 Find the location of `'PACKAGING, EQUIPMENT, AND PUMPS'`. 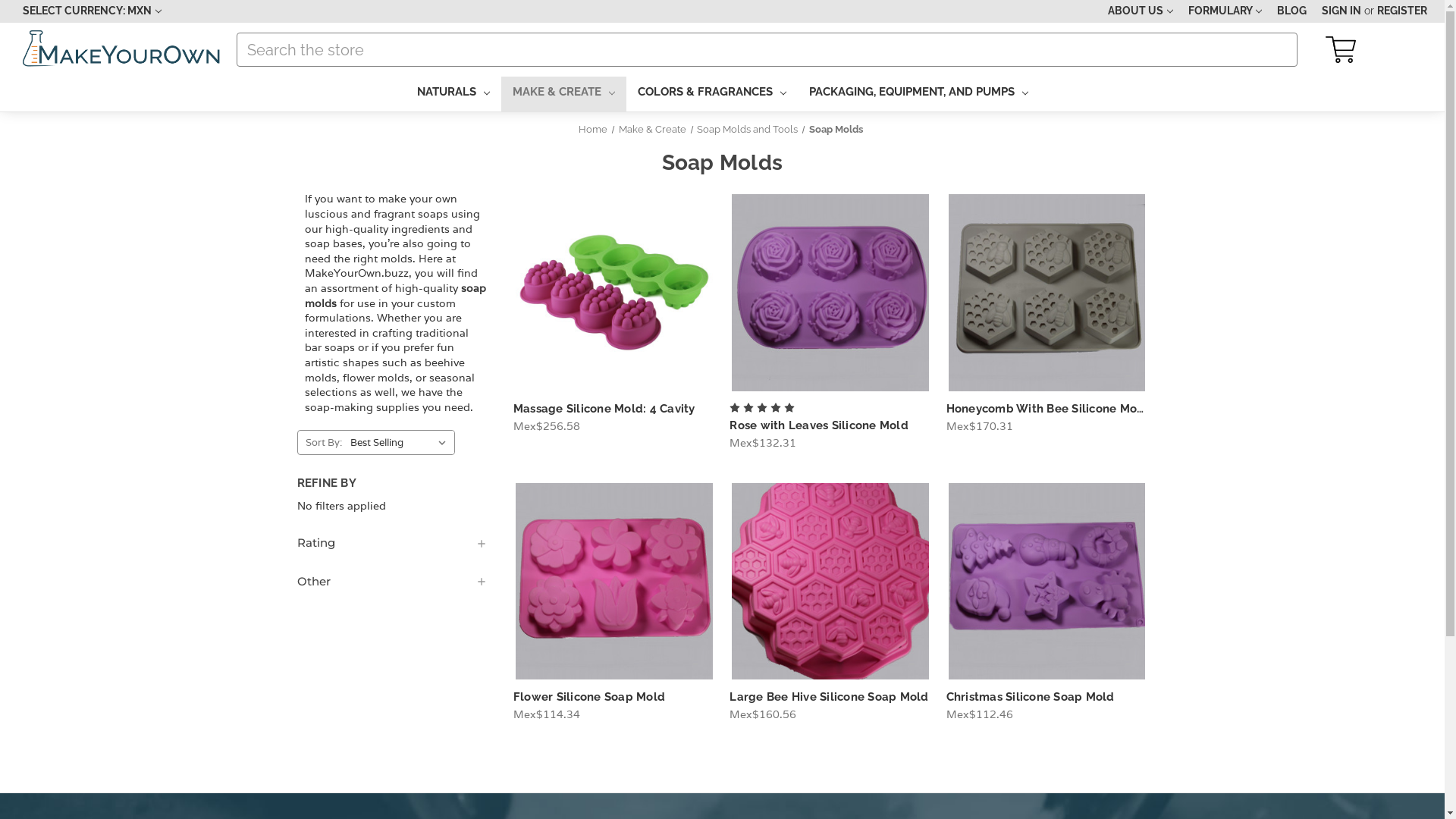

'PACKAGING, EQUIPMENT, AND PUMPS' is located at coordinates (918, 93).